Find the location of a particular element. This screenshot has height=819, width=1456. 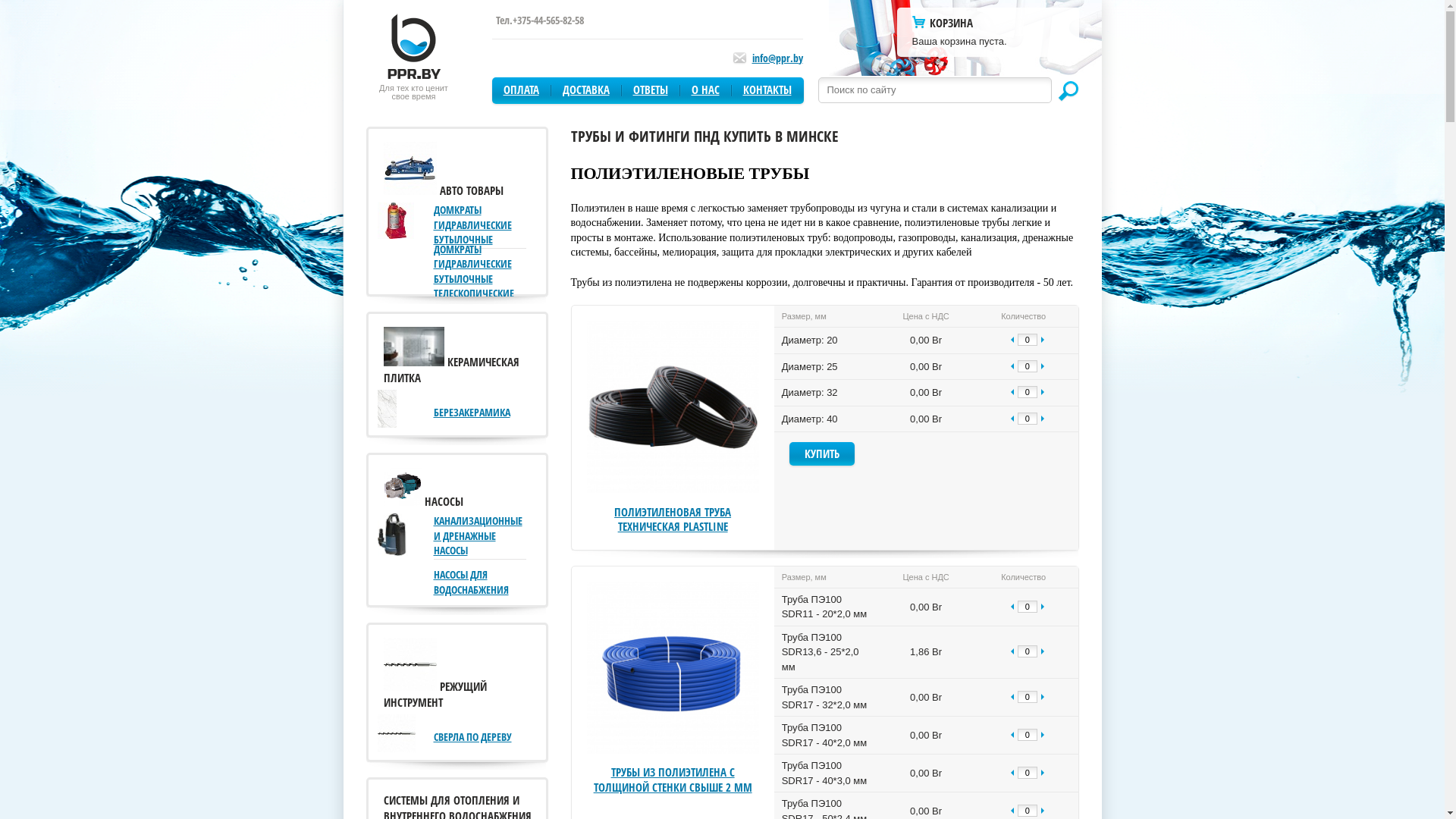

'info@ppr.by' is located at coordinates (777, 56).